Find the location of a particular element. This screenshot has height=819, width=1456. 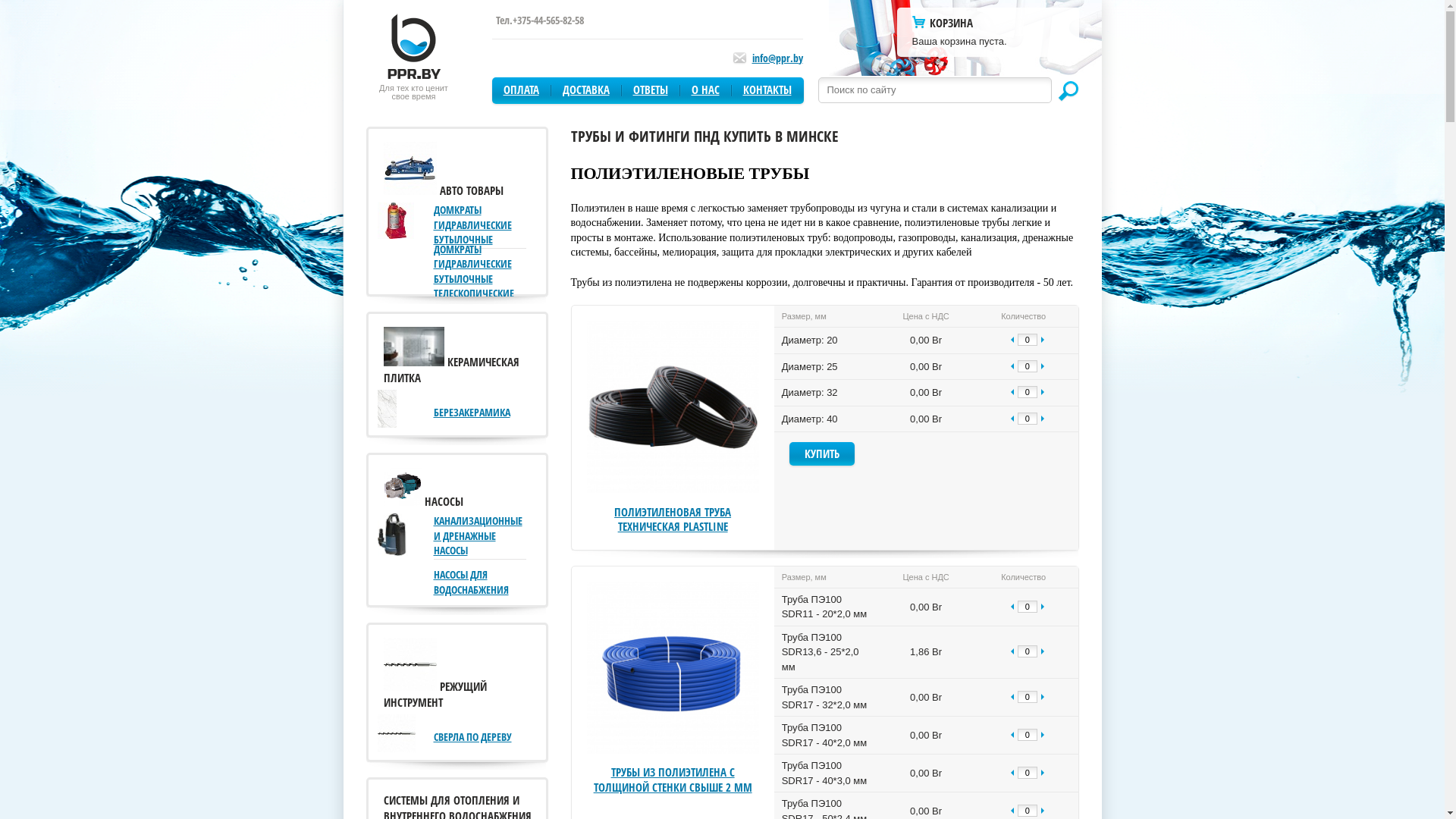

'info@ppr.by' is located at coordinates (777, 56).